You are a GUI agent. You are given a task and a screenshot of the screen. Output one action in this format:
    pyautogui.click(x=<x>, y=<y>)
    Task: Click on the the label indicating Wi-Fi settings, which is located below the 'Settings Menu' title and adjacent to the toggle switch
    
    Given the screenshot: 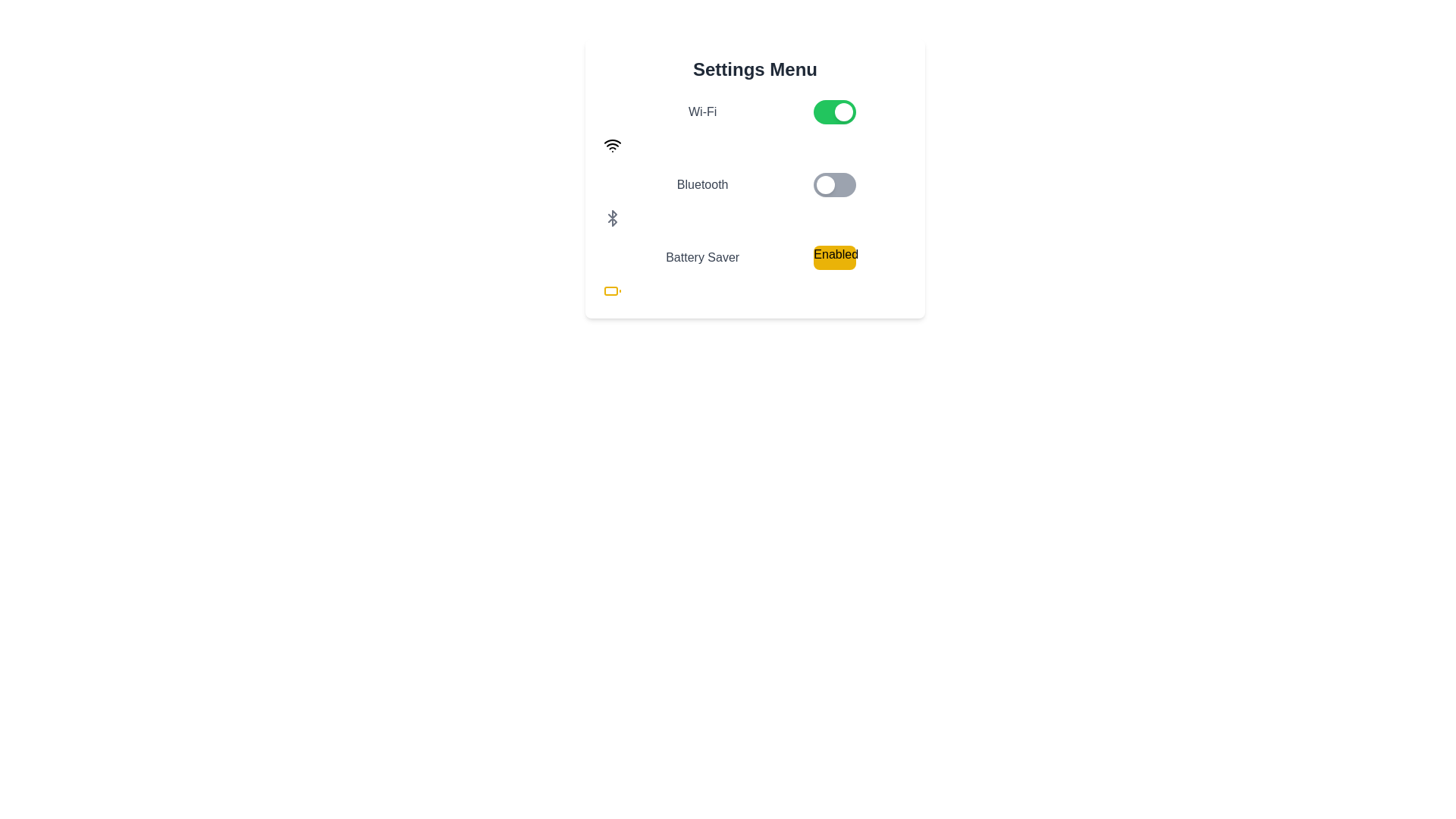 What is the action you would take?
    pyautogui.click(x=701, y=111)
    